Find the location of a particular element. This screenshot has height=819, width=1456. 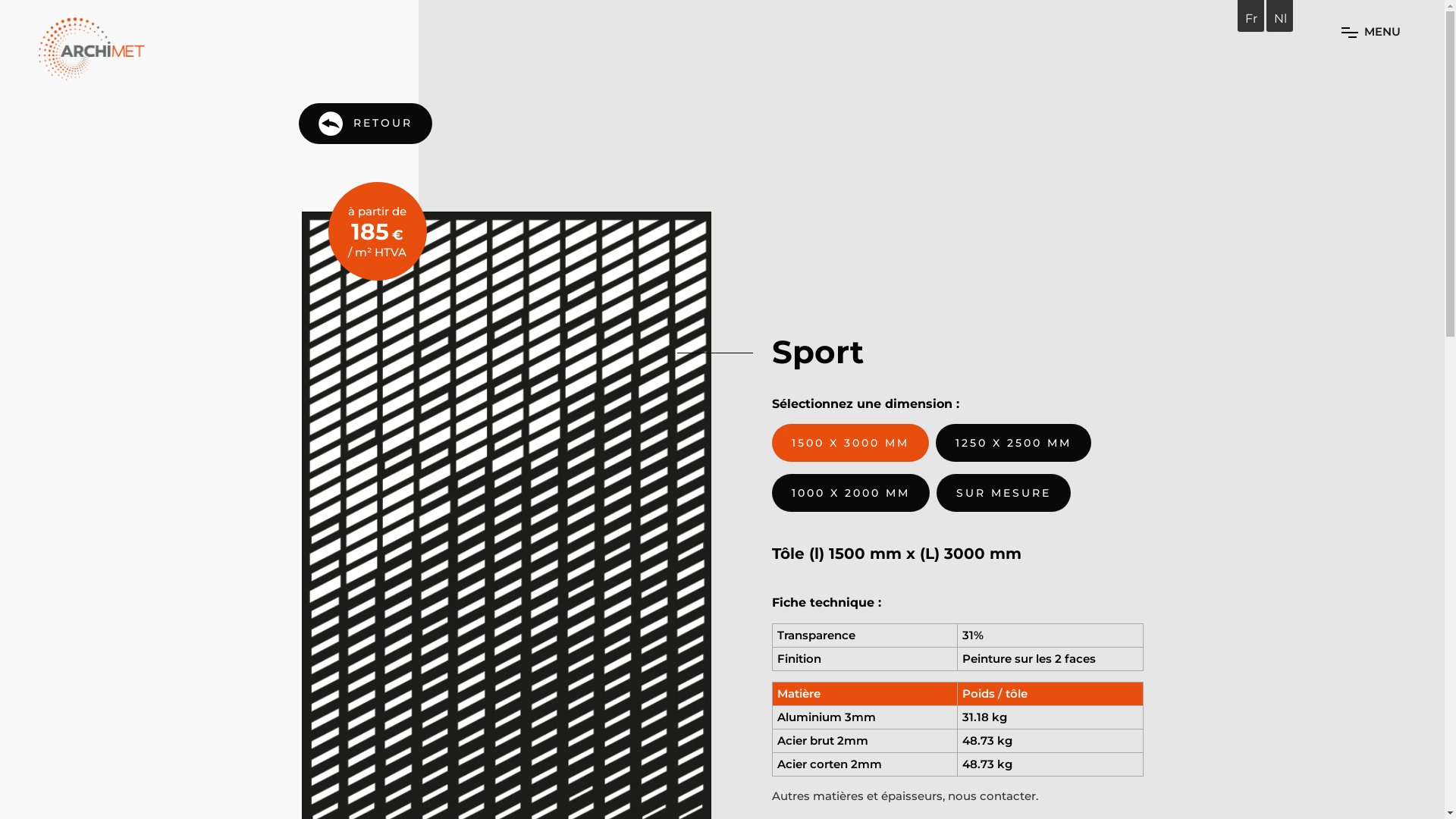

'Fr' is located at coordinates (1244, 18).